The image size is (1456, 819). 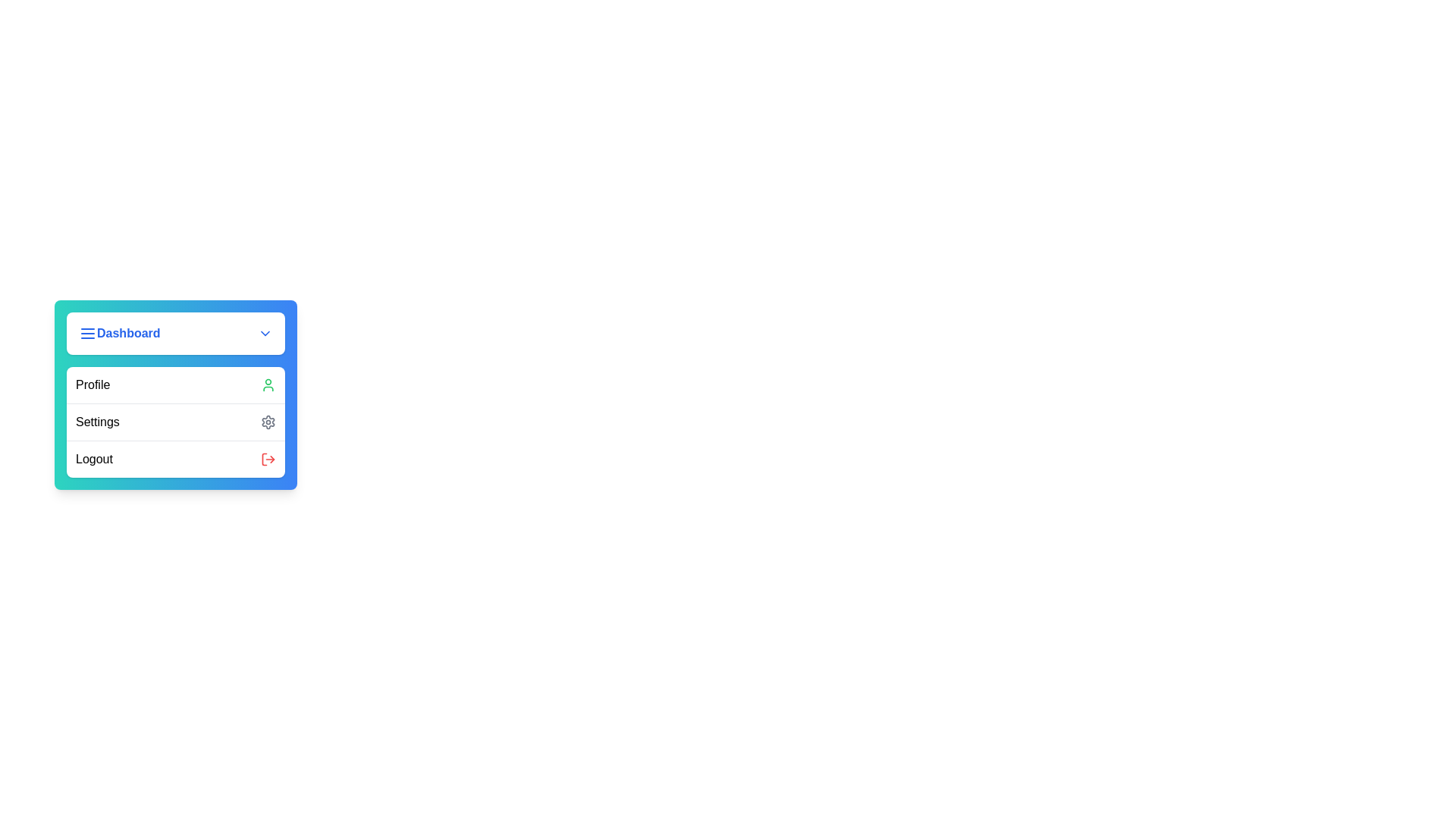 What do you see at coordinates (175, 458) in the screenshot?
I see `the 'Logout' menu option` at bounding box center [175, 458].